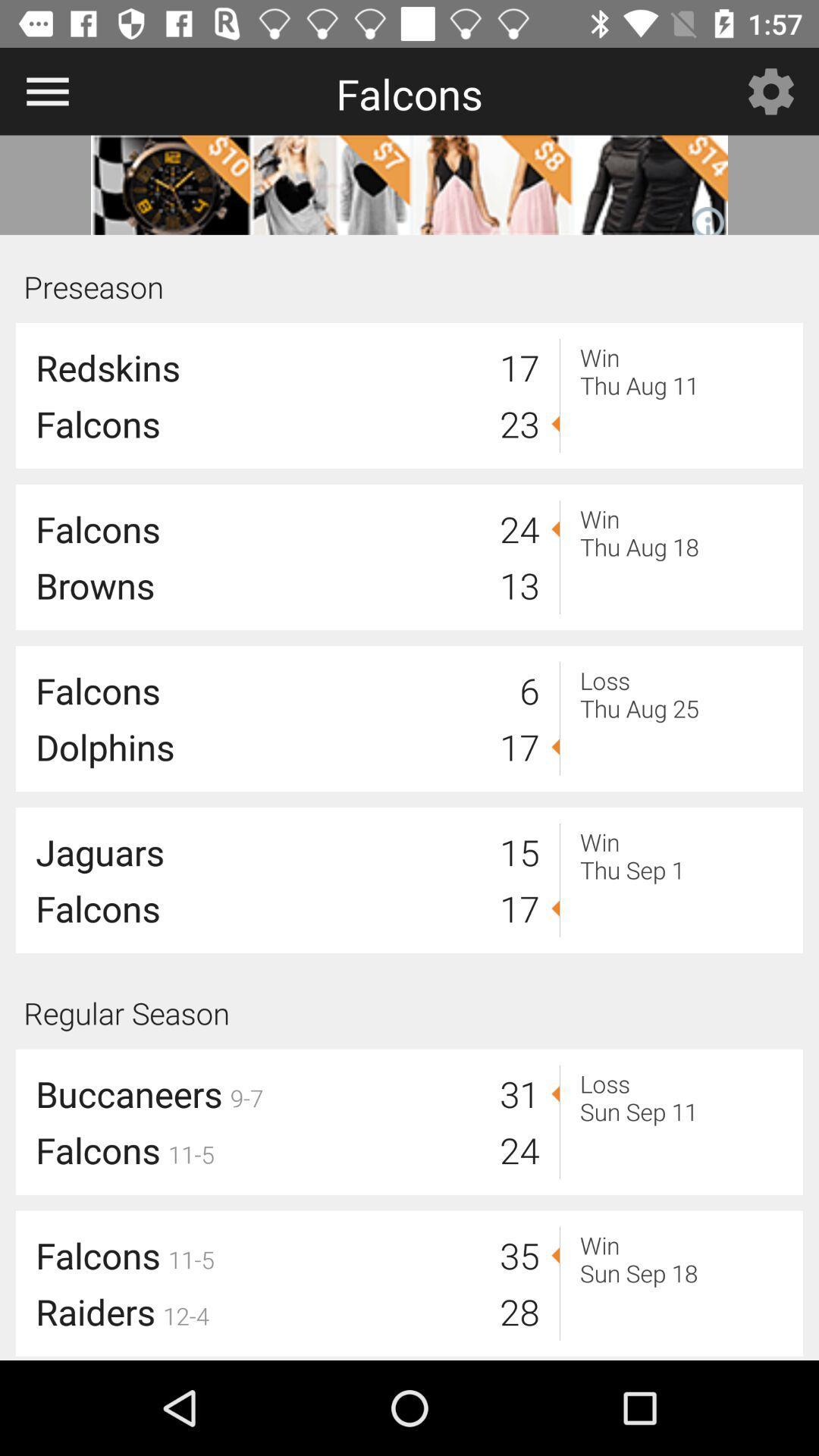 The image size is (819, 1456). Describe the element at coordinates (409, 184) in the screenshot. I see `advertisement` at that location.